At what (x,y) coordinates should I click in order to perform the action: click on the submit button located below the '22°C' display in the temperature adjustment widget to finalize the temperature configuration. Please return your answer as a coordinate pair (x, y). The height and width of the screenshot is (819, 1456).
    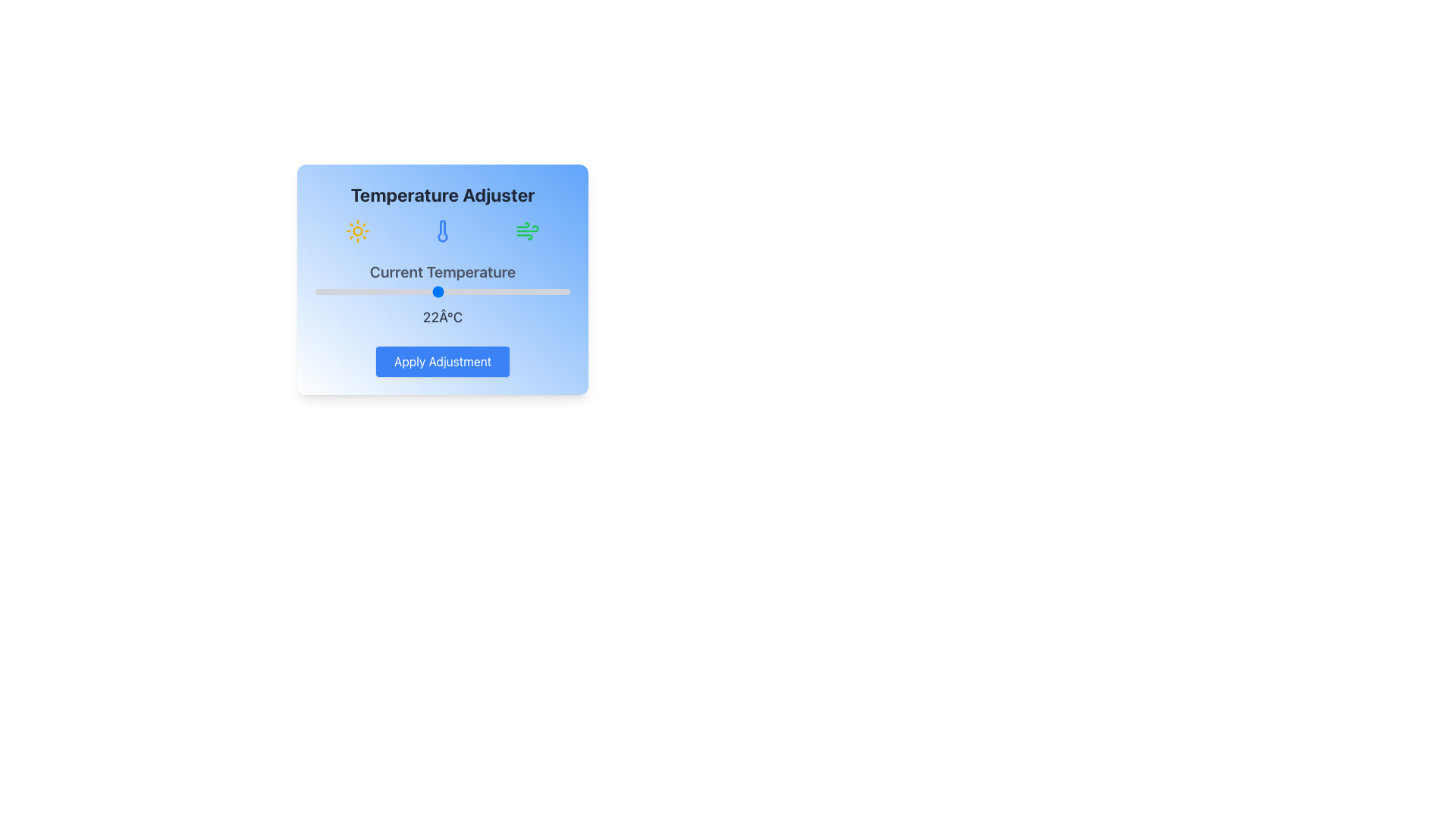
    Looking at the image, I should click on (442, 362).